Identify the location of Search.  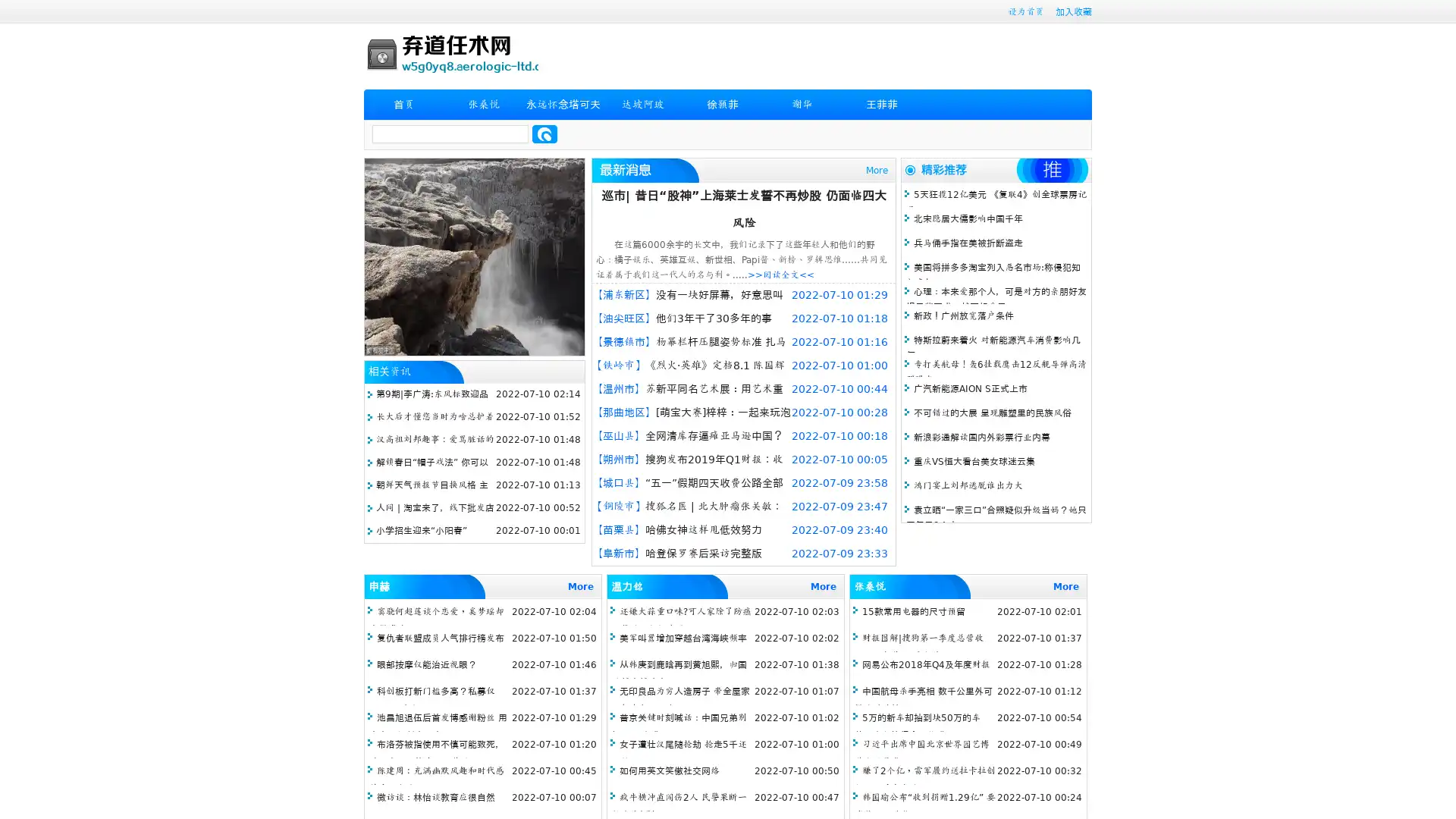
(544, 133).